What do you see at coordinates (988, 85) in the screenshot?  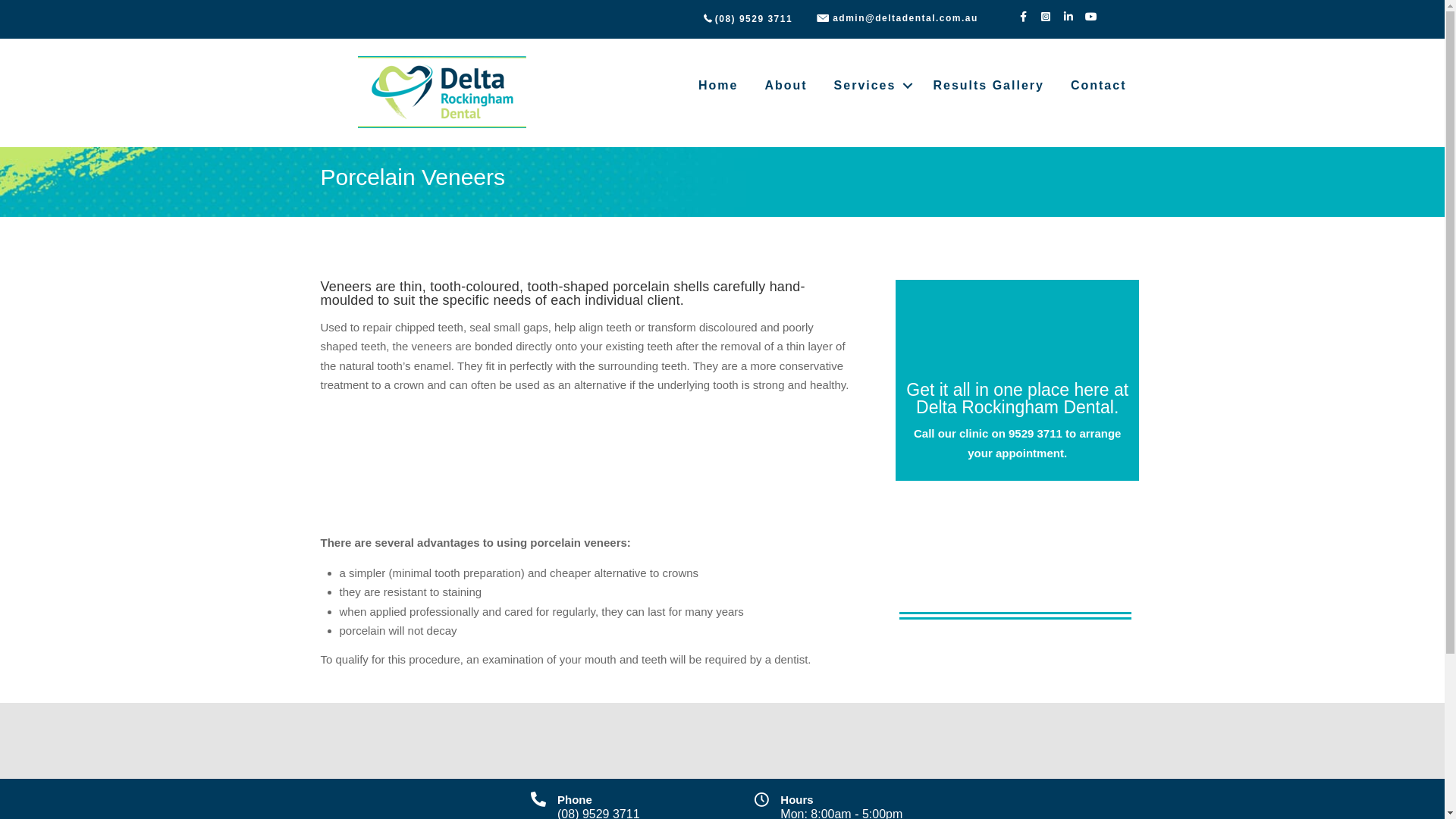 I see `'Results Gallery'` at bounding box center [988, 85].